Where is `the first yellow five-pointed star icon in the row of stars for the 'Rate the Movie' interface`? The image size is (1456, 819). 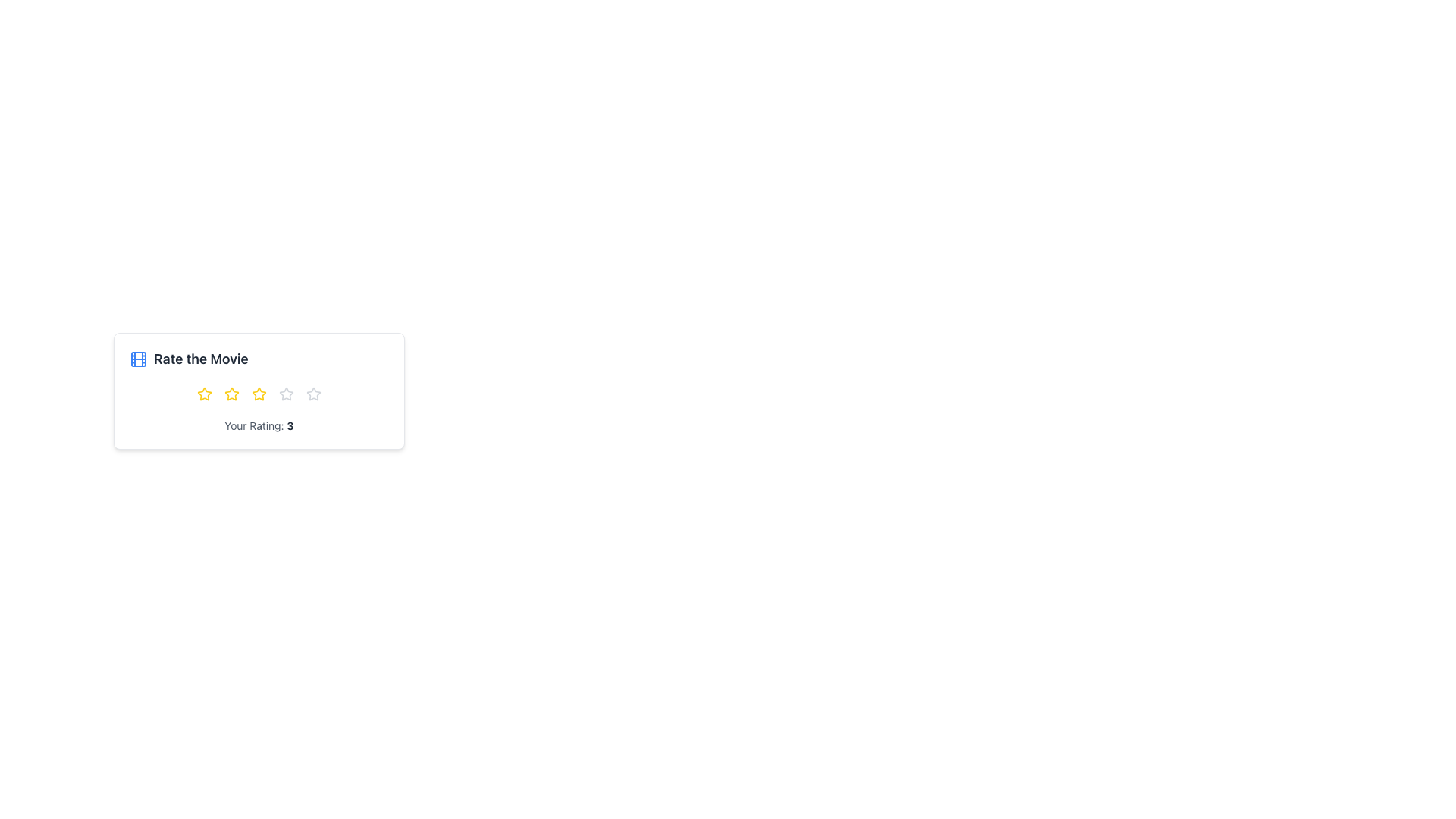
the first yellow five-pointed star icon in the row of stars for the 'Rate the Movie' interface is located at coordinates (203, 394).